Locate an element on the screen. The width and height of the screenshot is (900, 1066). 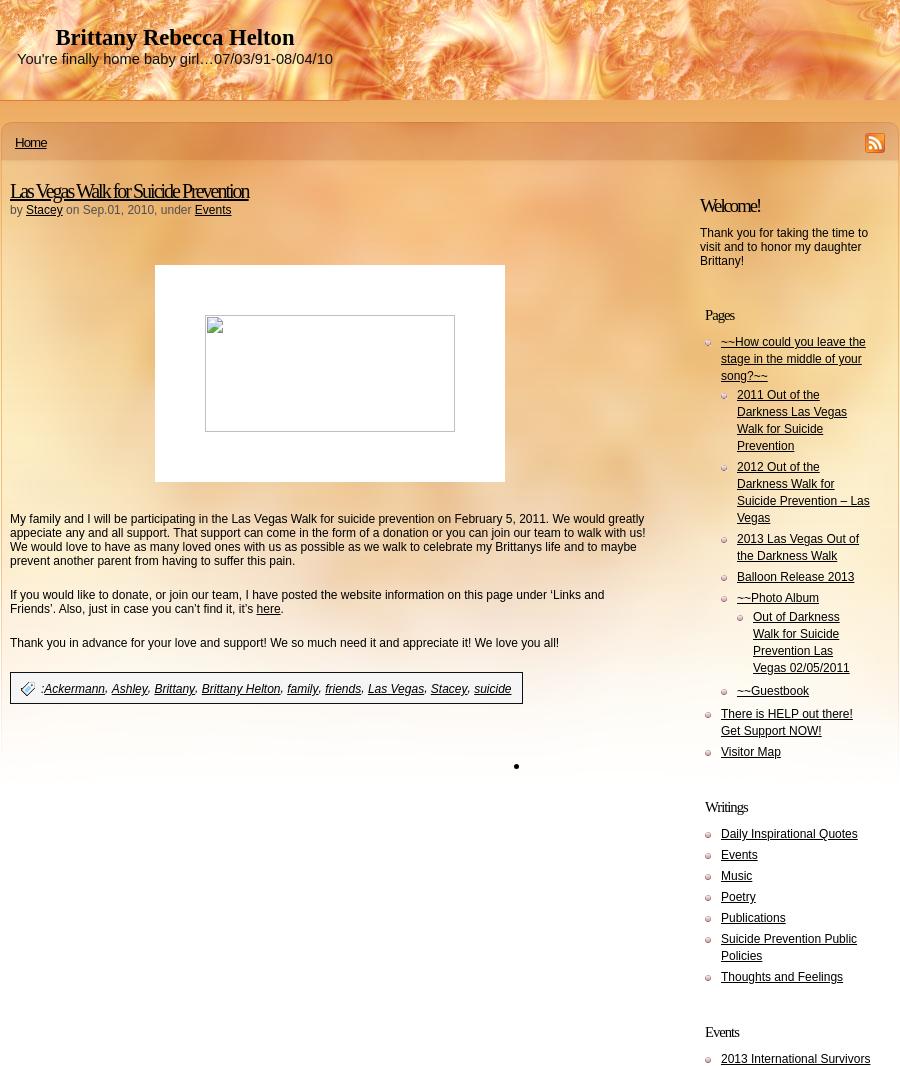
'Welcome!' is located at coordinates (728, 204).